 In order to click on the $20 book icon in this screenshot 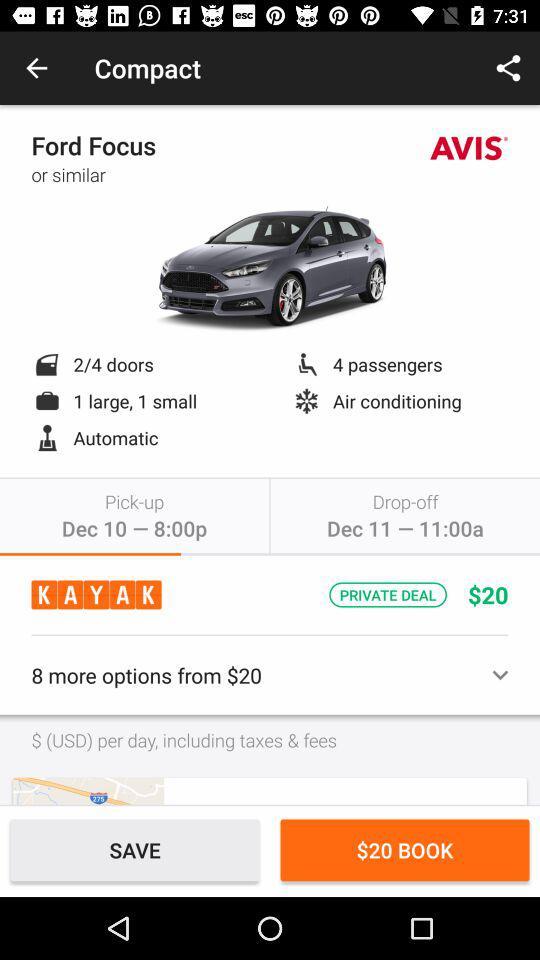, I will do `click(405, 849)`.